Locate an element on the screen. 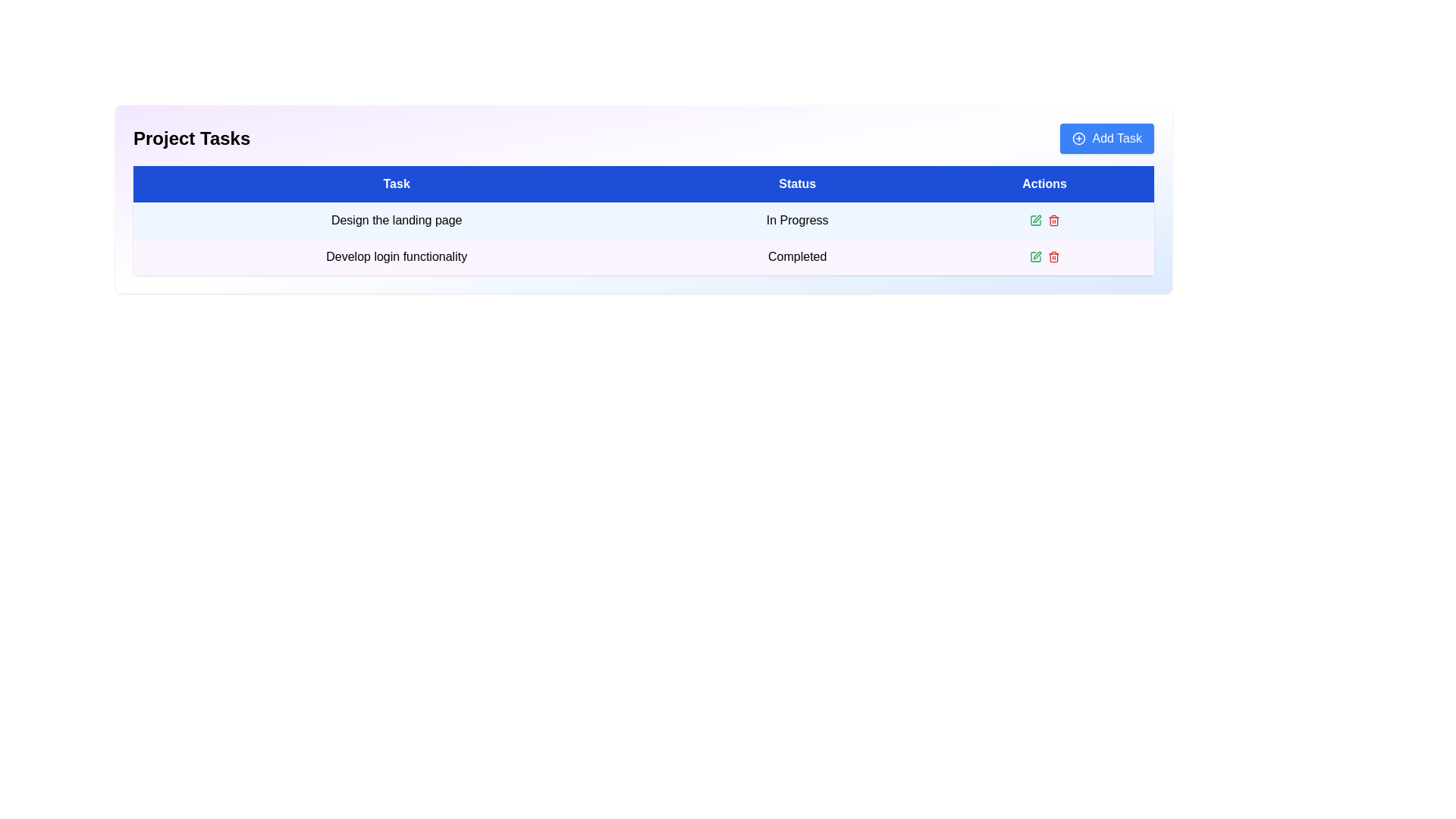  the circular shape graphic located in the top-right corner of the interface, part of an icon next to the blue 'Add Task' button is located at coordinates (1078, 138).